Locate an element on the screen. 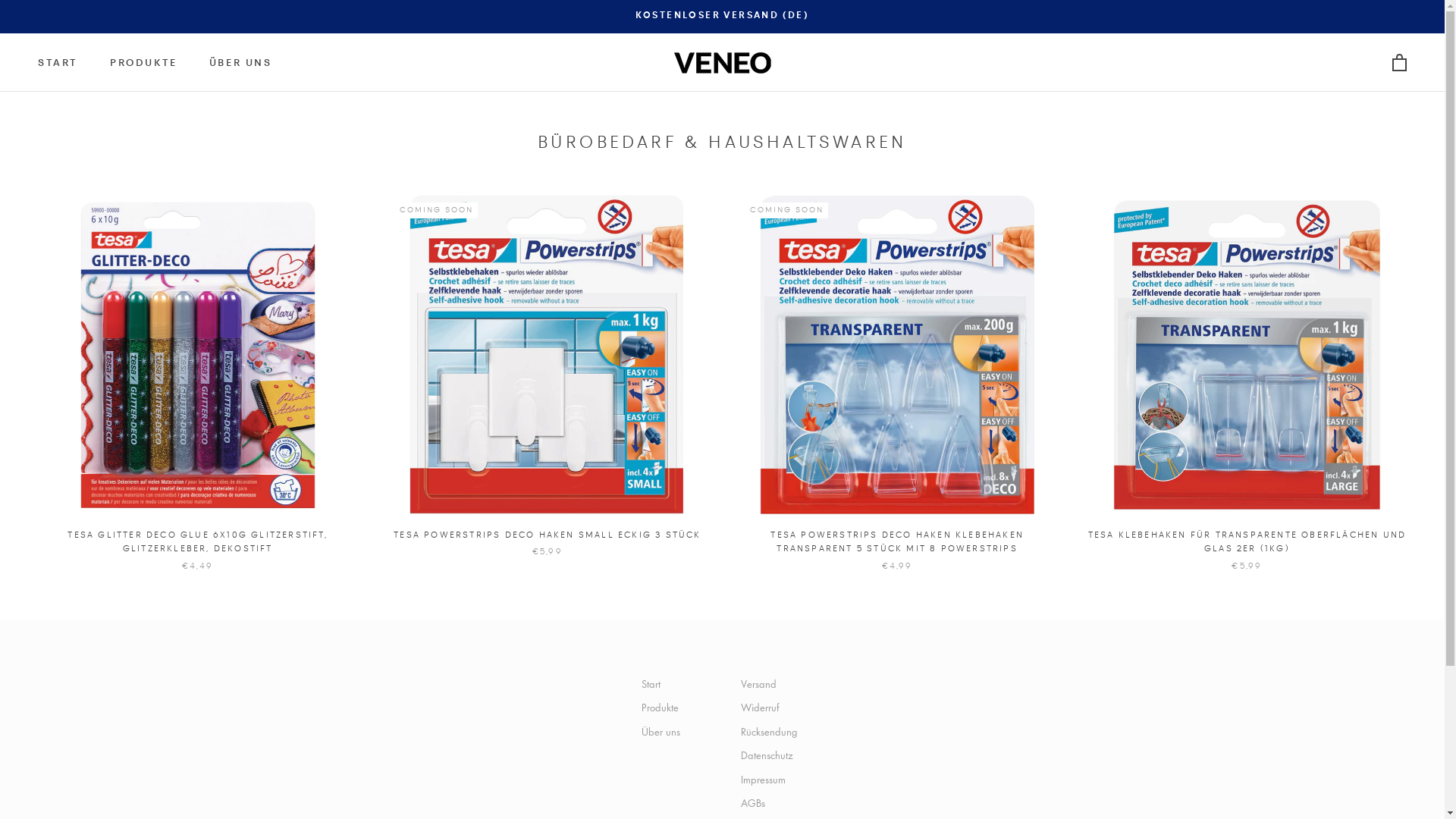 The image size is (1456, 819). 'START is located at coordinates (37, 62).